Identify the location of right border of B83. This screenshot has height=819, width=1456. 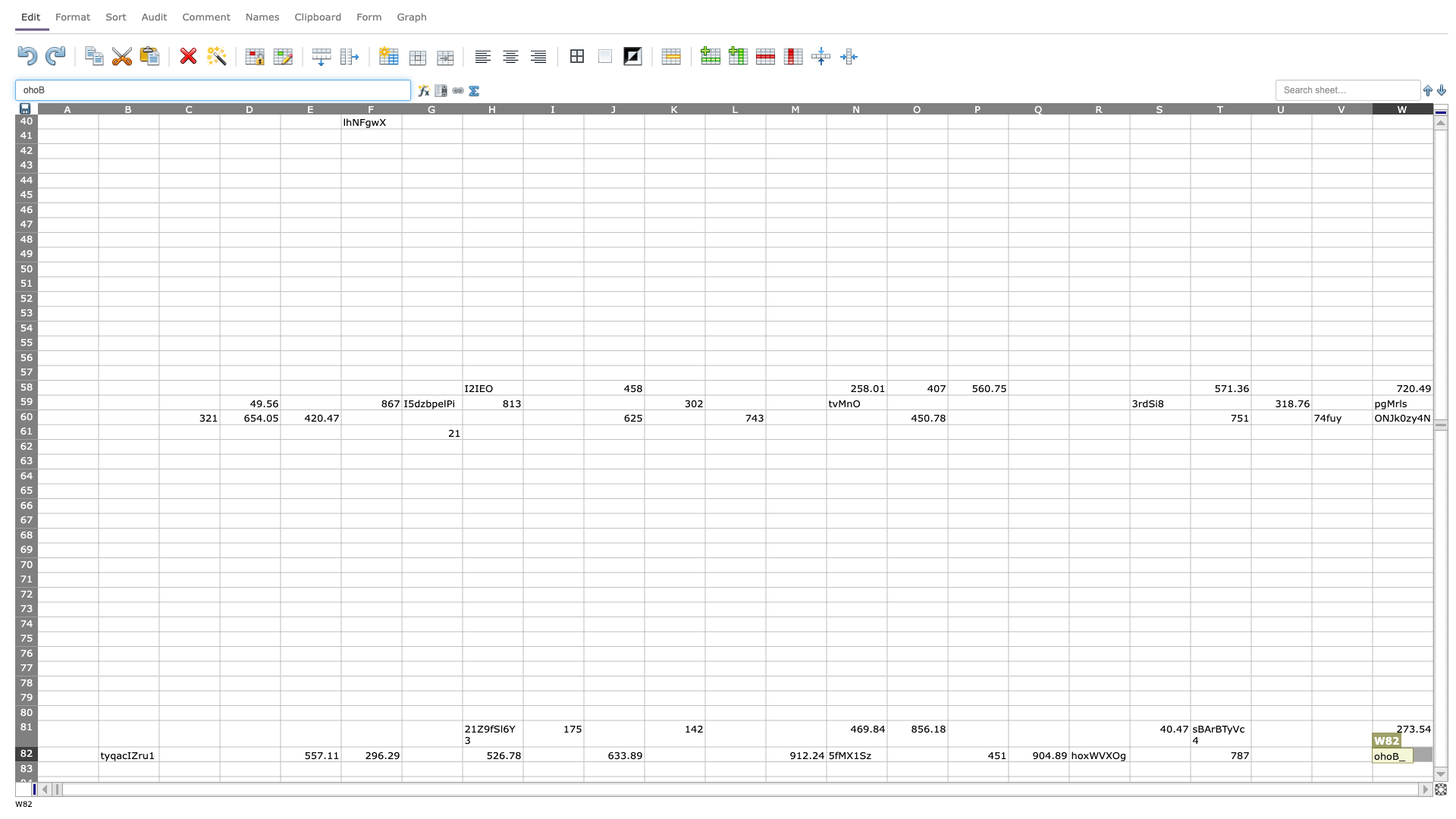
(159, 769).